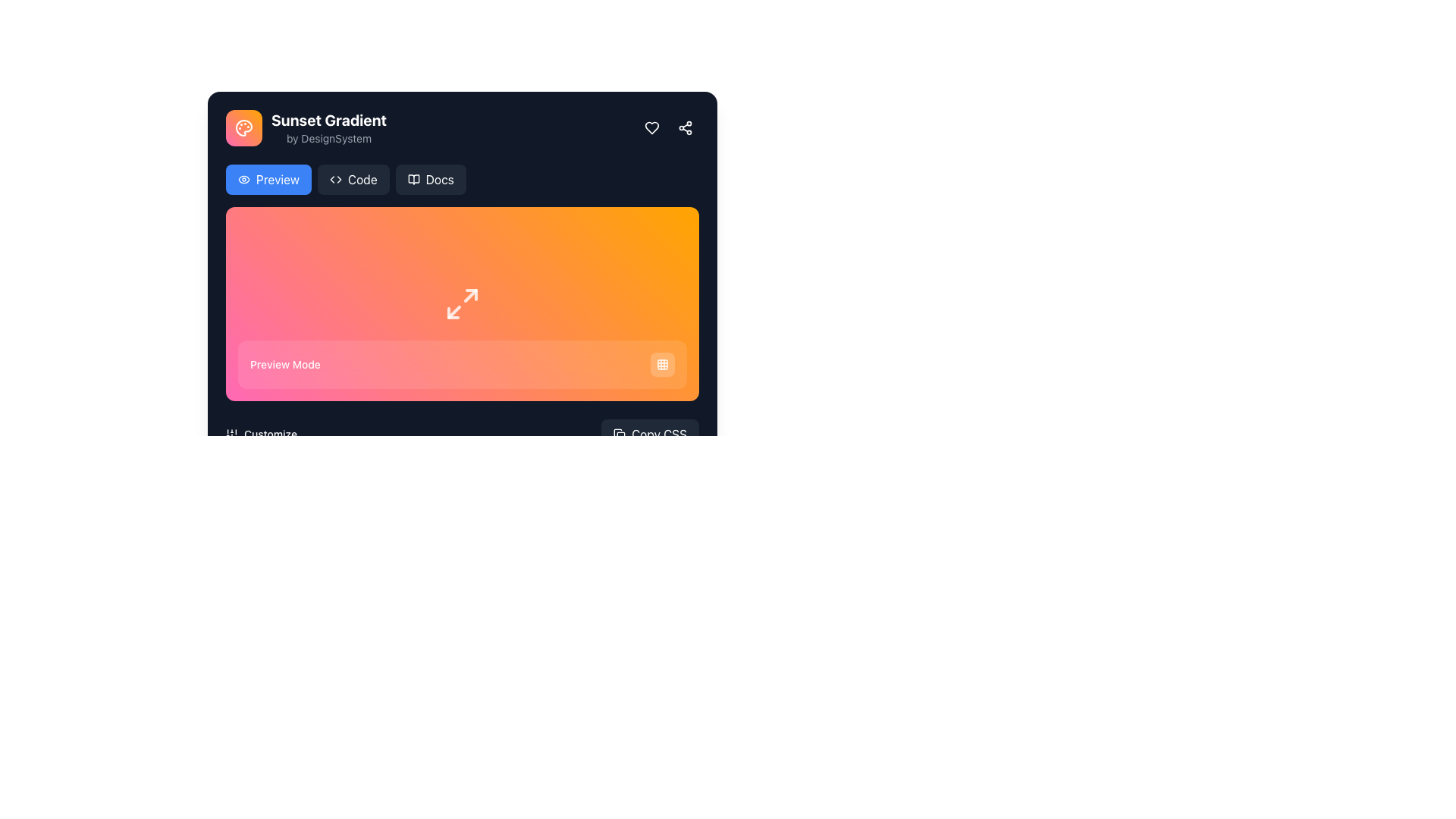 This screenshot has width=1456, height=819. What do you see at coordinates (461, 435) in the screenshot?
I see `the 'Customize' text label located in the bottom section of the main card, just below the gradient preview area and to the left of 'Copy CSS'` at bounding box center [461, 435].